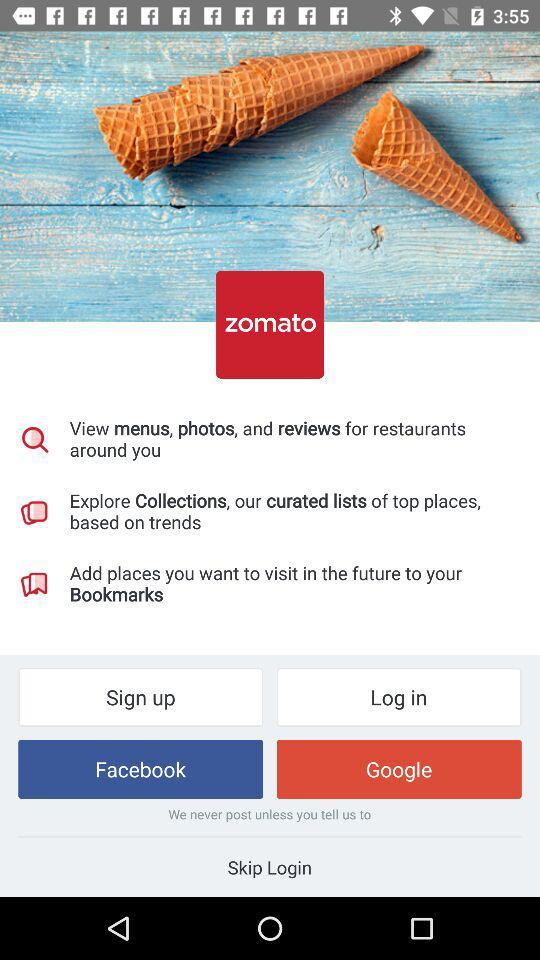 The height and width of the screenshot is (960, 540). What do you see at coordinates (139, 768) in the screenshot?
I see `icon above we never post icon` at bounding box center [139, 768].